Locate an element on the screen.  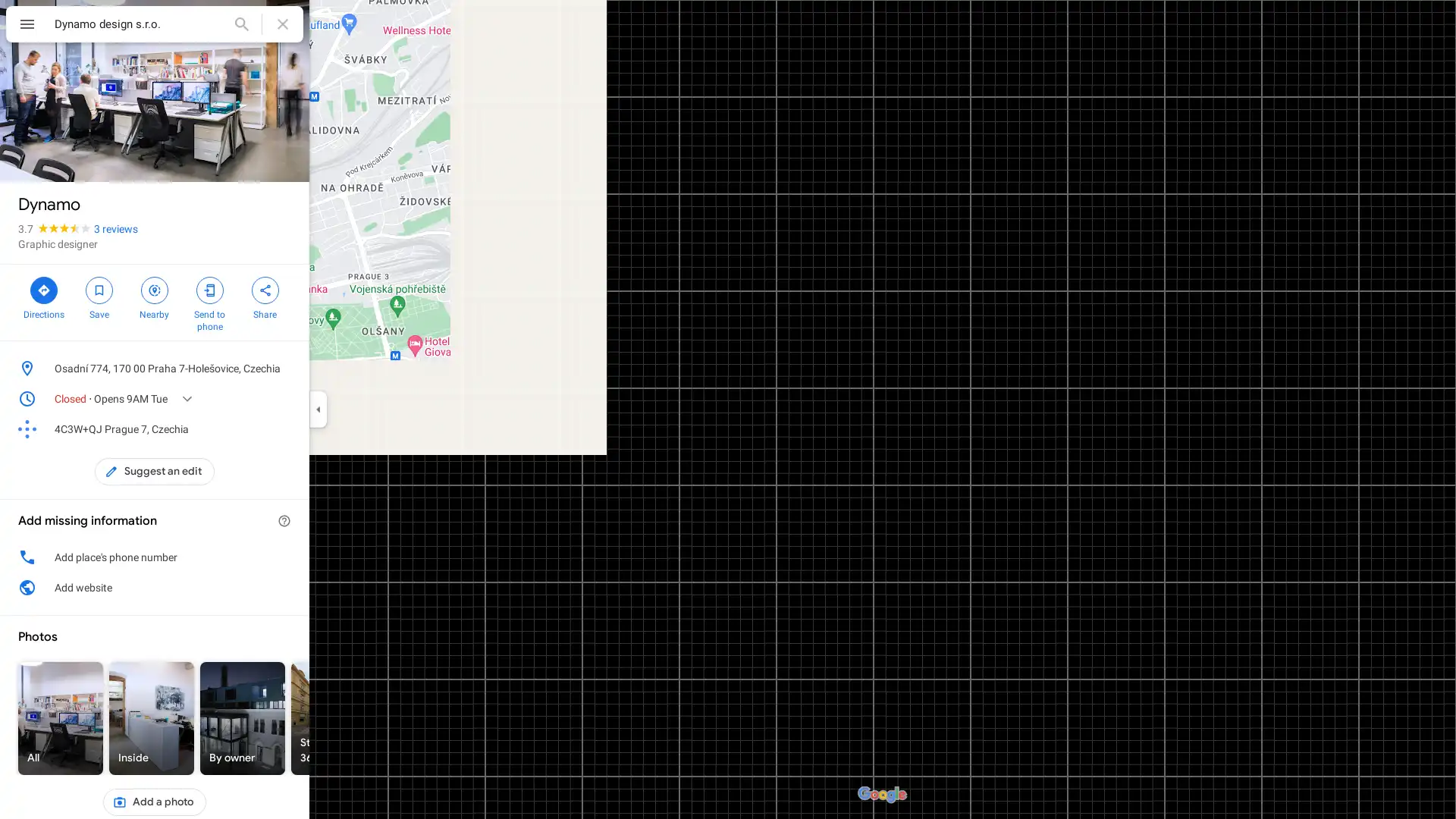
5 photos is located at coordinates (51, 157).